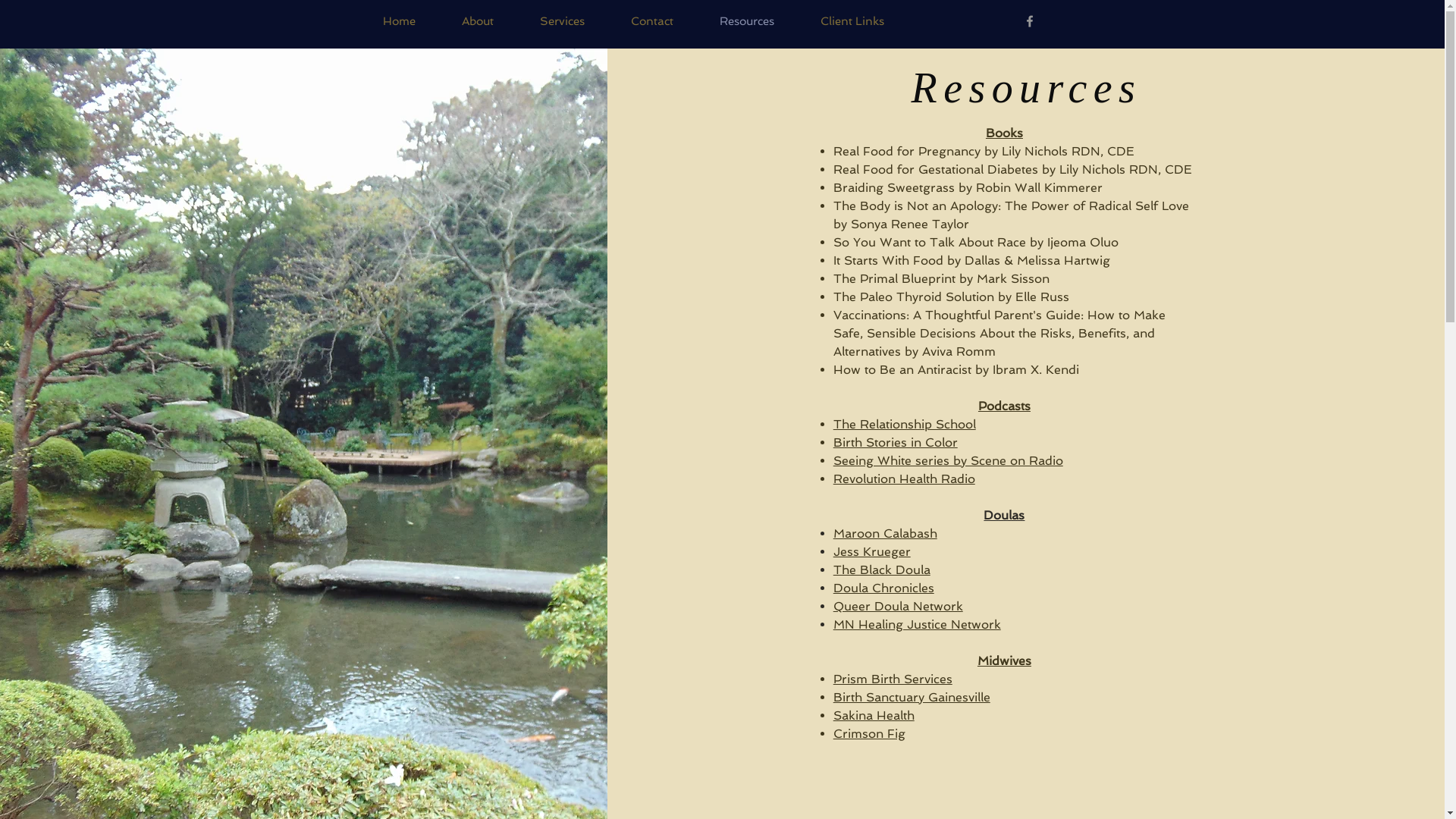  What do you see at coordinates (905, 424) in the screenshot?
I see `'The Relationship School'` at bounding box center [905, 424].